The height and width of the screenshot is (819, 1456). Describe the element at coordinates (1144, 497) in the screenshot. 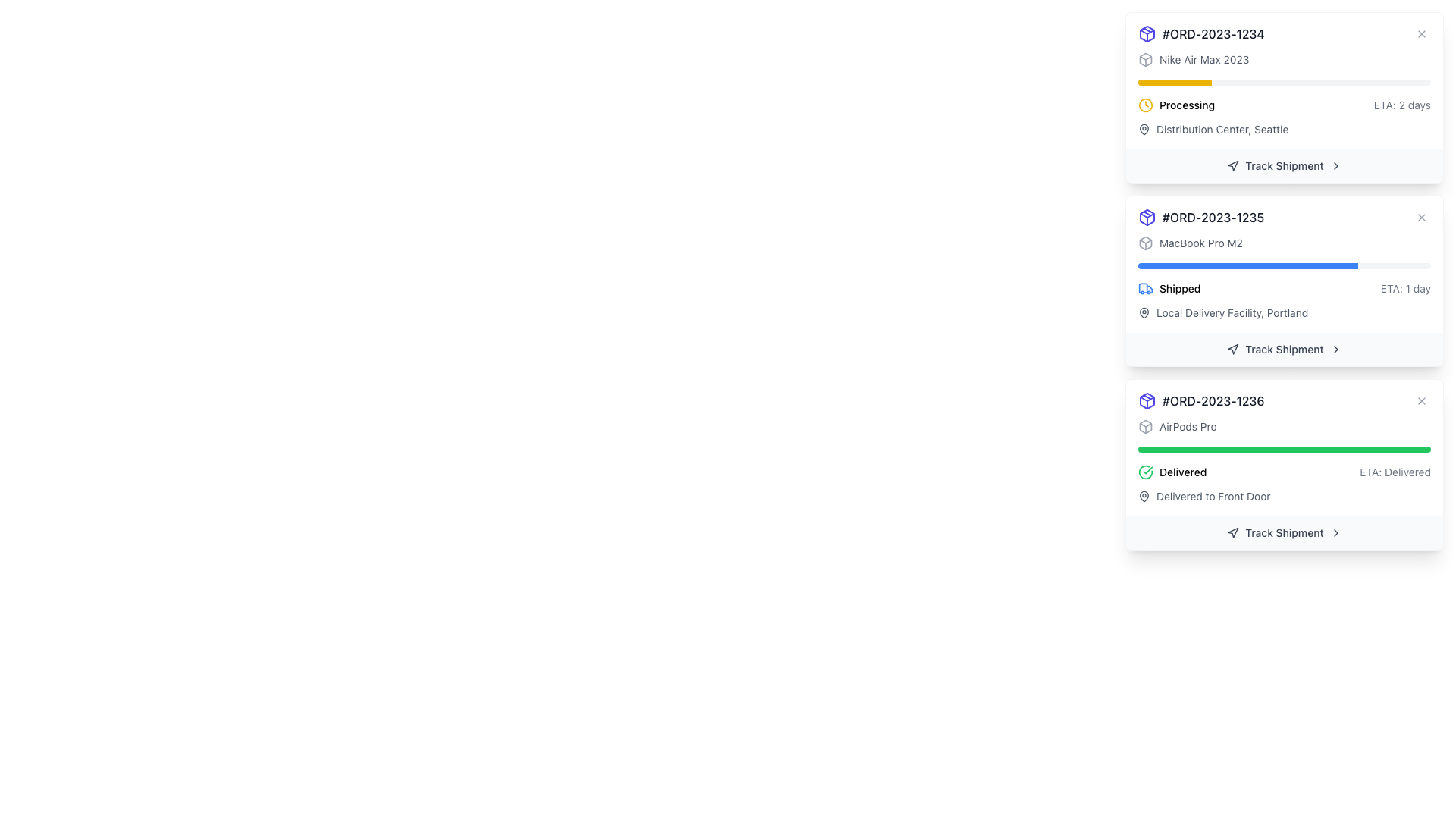

I see `the SVG graphic icon representing a map pin or location indicator to the left of the descriptive text 'Delivered to Front Door' for the 'AirPods Pro' order (order ID #ORD-2023-1236)` at that location.